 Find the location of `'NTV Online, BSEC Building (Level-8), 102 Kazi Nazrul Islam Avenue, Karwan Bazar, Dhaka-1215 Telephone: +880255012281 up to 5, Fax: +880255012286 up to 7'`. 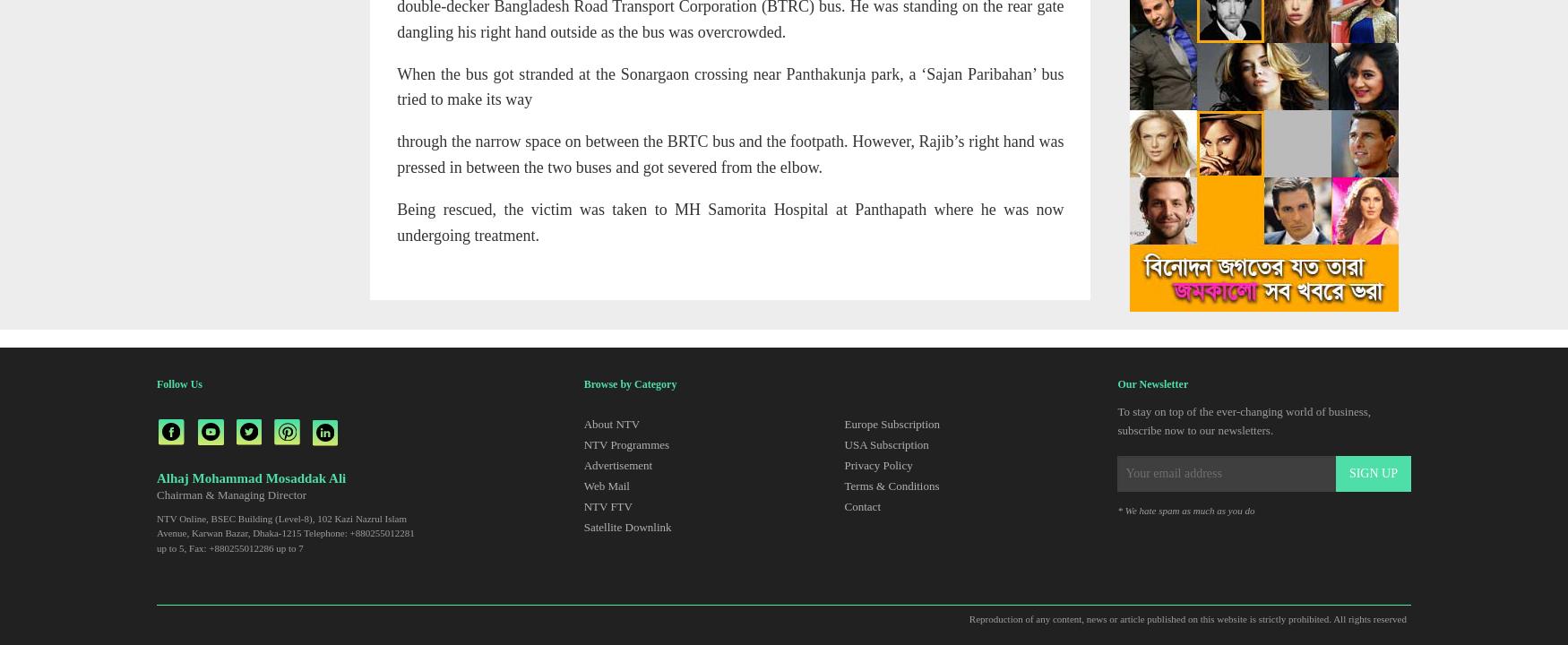

'NTV Online, BSEC Building (Level-8), 102 Kazi Nazrul Islam Avenue, Karwan Bazar, Dhaka-1215 Telephone: +880255012281 up to 5, Fax: +880255012286 up to 7' is located at coordinates (285, 531).